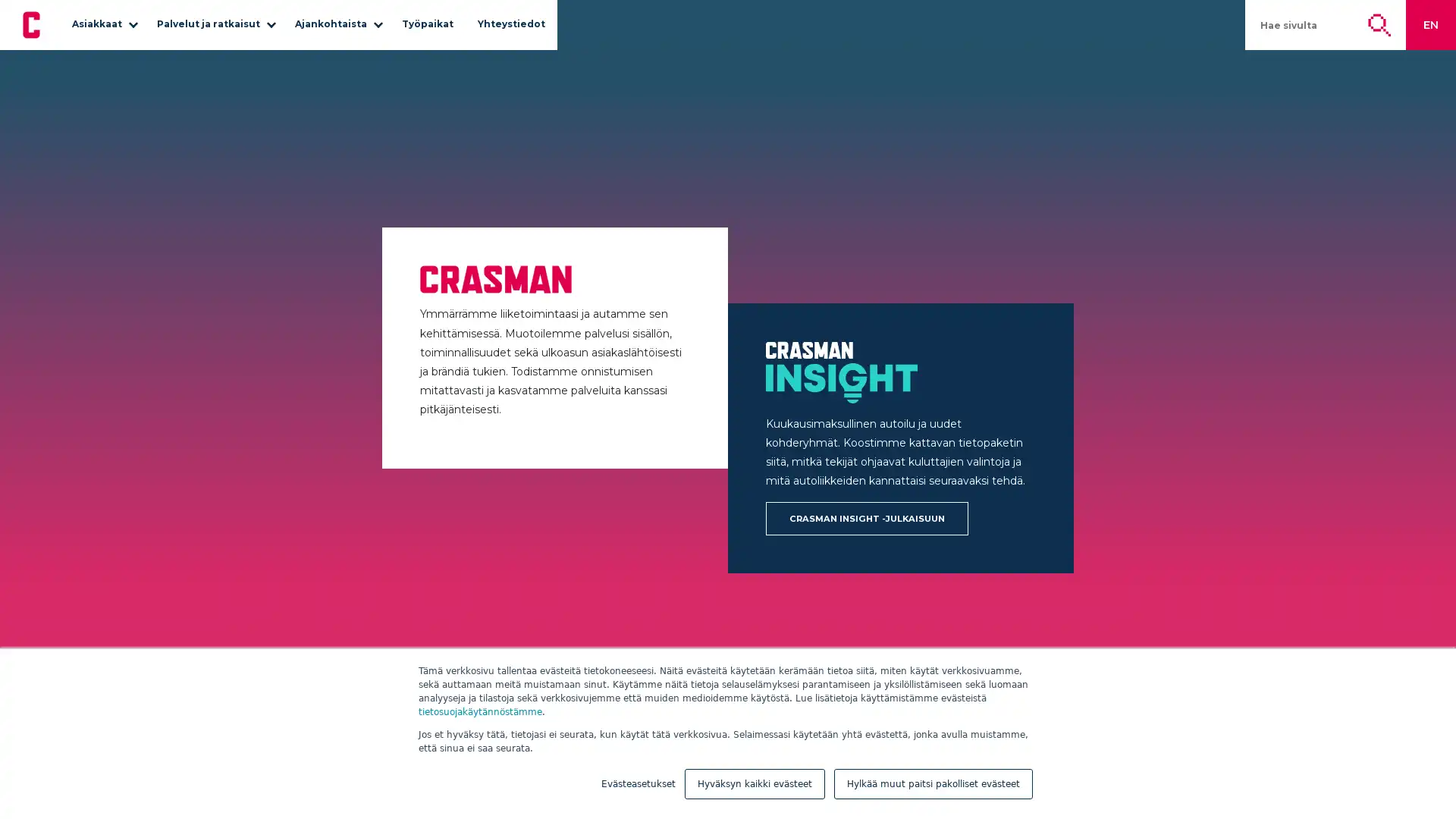 The height and width of the screenshot is (819, 1456). Describe the element at coordinates (932, 783) in the screenshot. I see `Hylkaa muut paitsi pakolliset evasteet` at that location.